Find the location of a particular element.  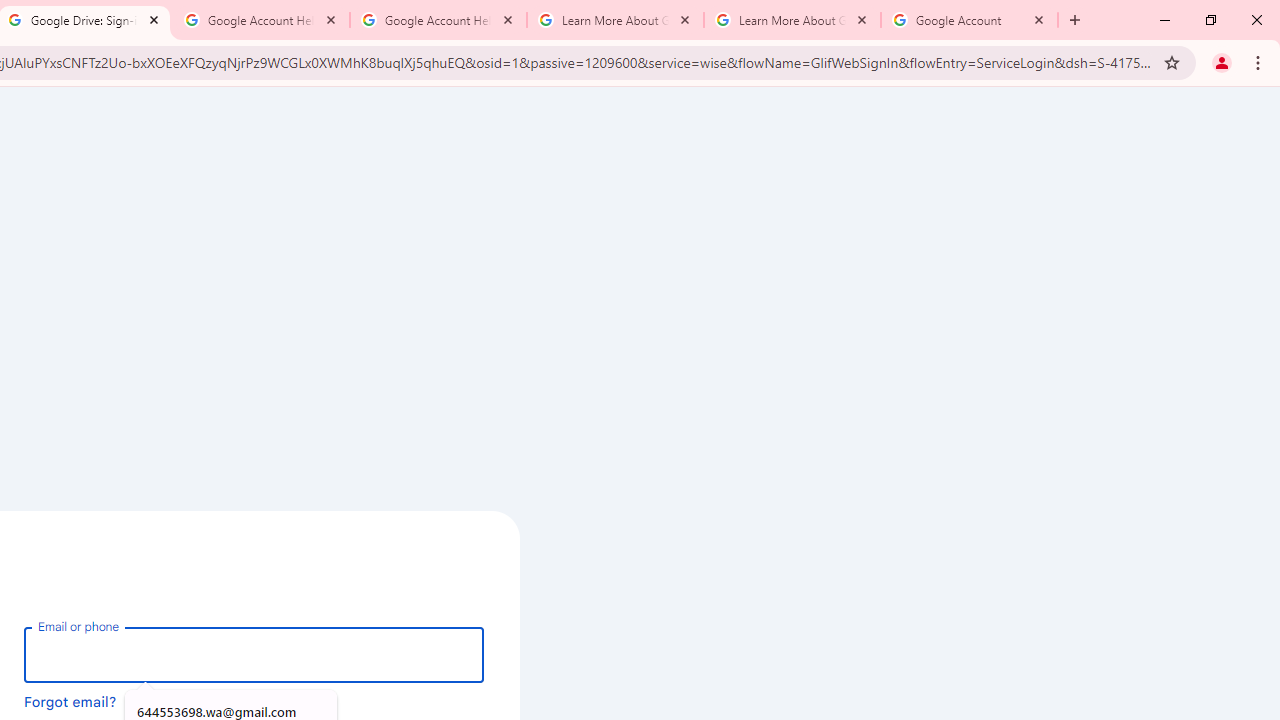

'Google Account Help' is located at coordinates (437, 20).